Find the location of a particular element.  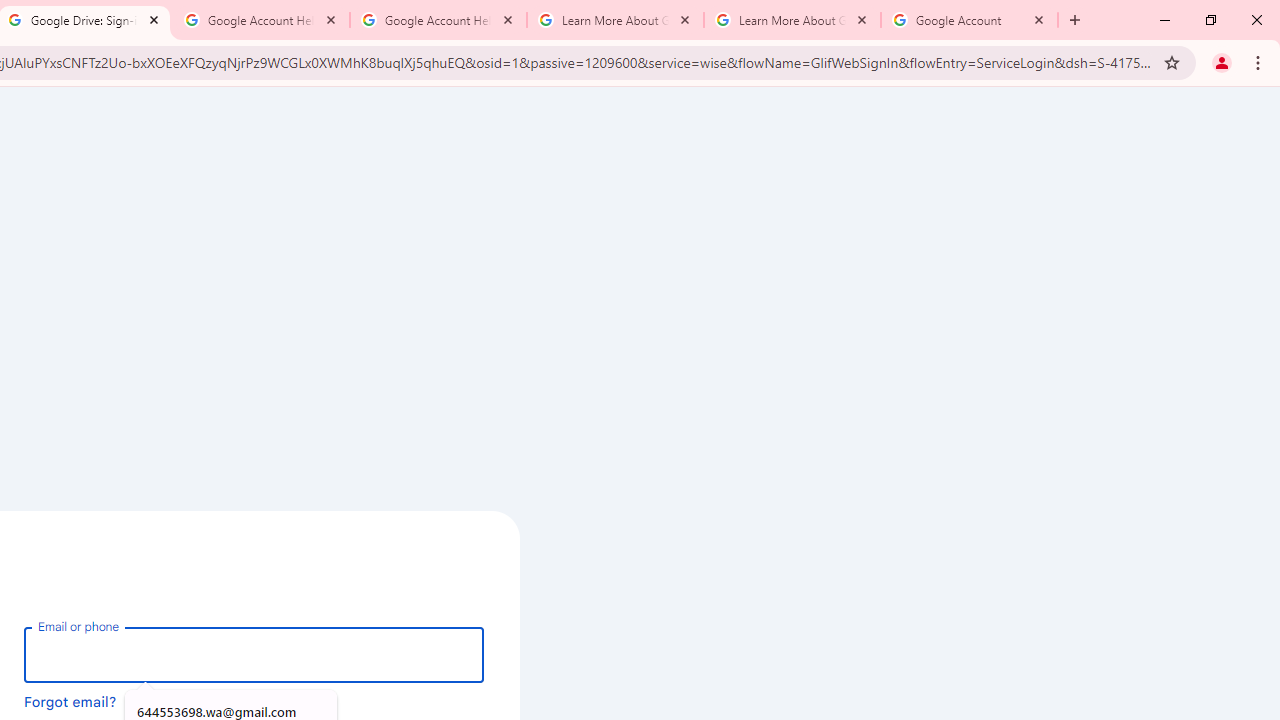

'Google Account Help' is located at coordinates (437, 20).